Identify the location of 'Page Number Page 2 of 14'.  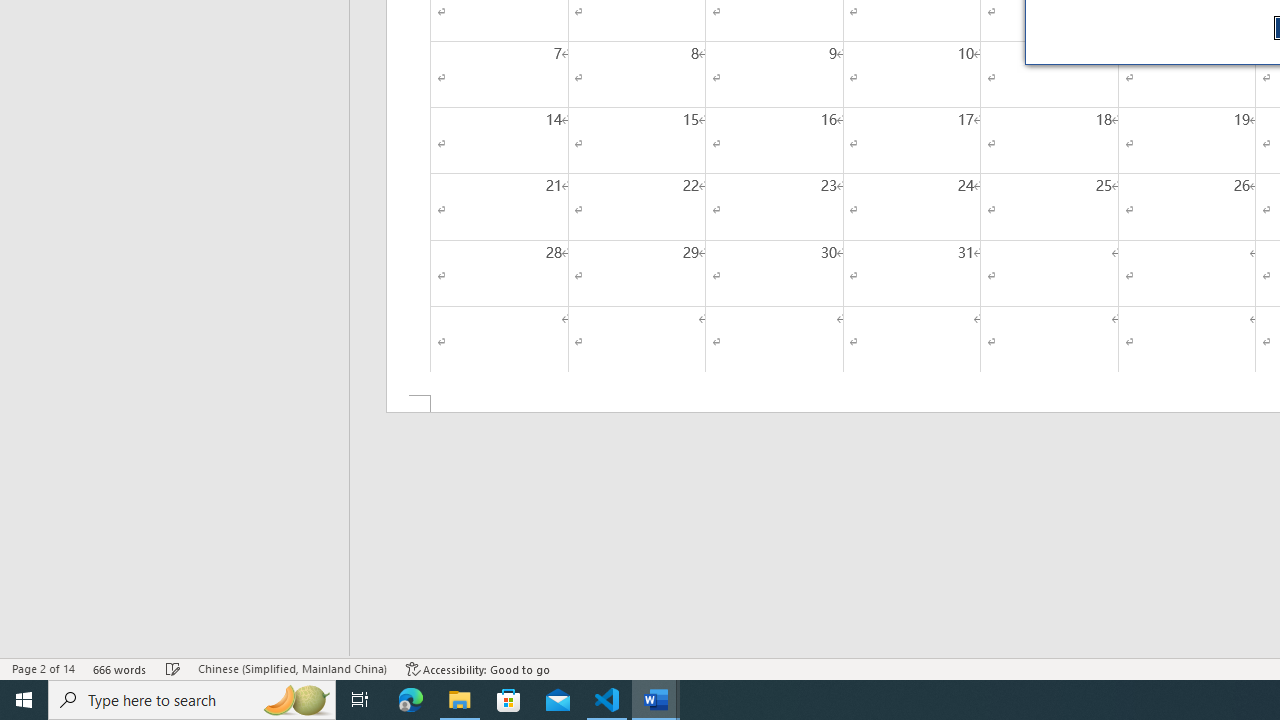
(43, 669).